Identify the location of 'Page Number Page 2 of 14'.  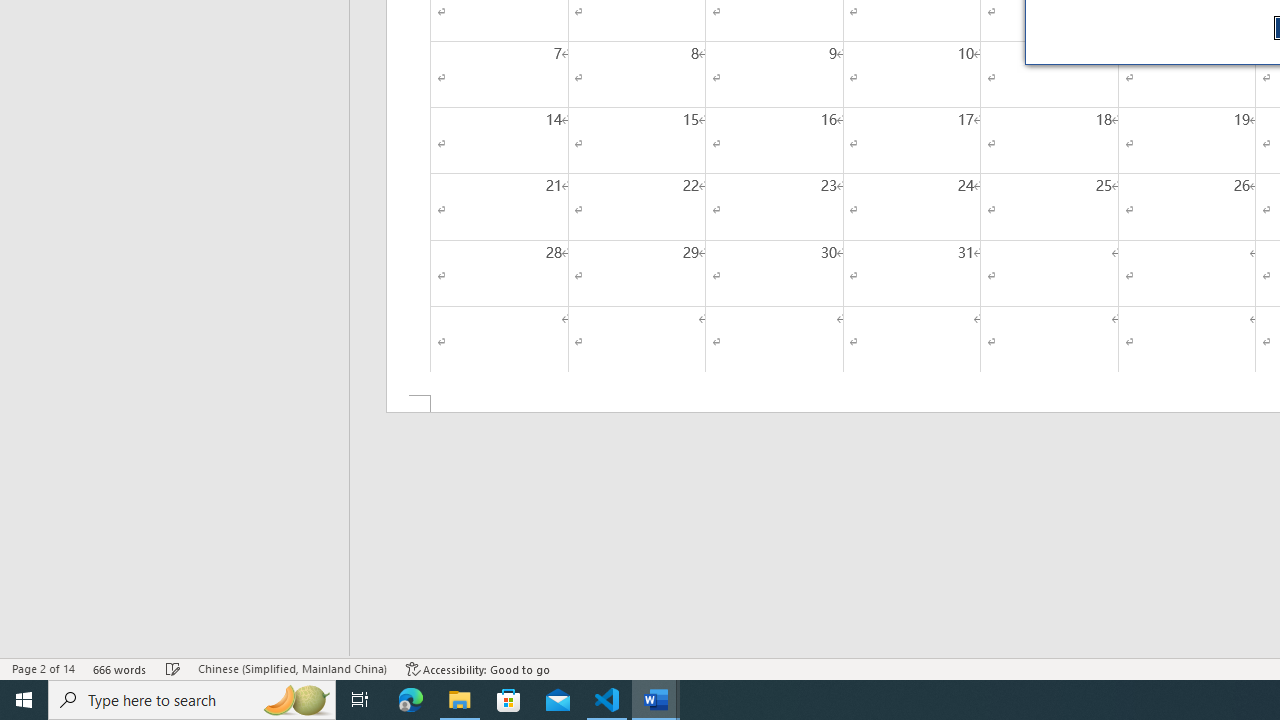
(43, 669).